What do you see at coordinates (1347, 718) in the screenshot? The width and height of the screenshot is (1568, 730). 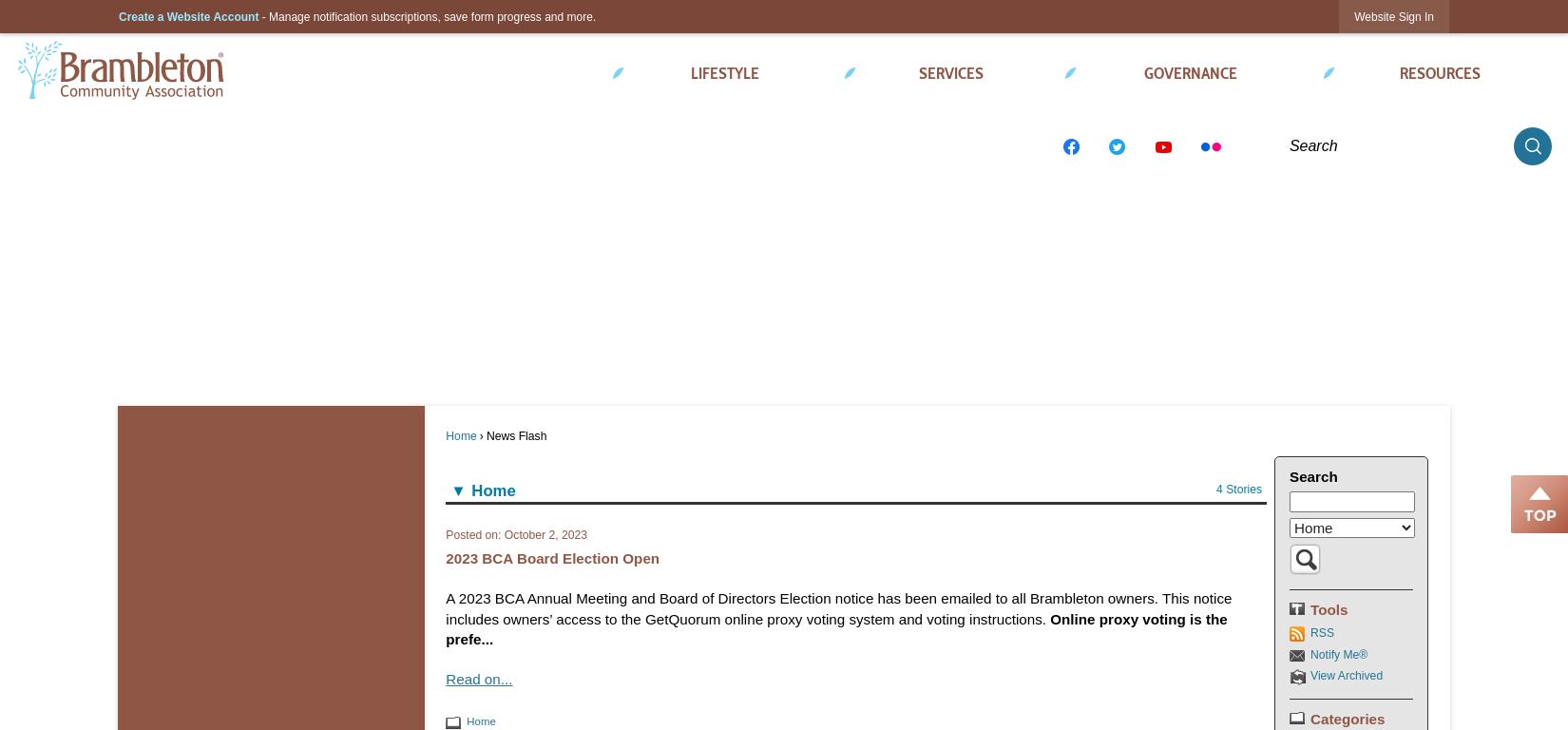 I see `'Categories'` at bounding box center [1347, 718].